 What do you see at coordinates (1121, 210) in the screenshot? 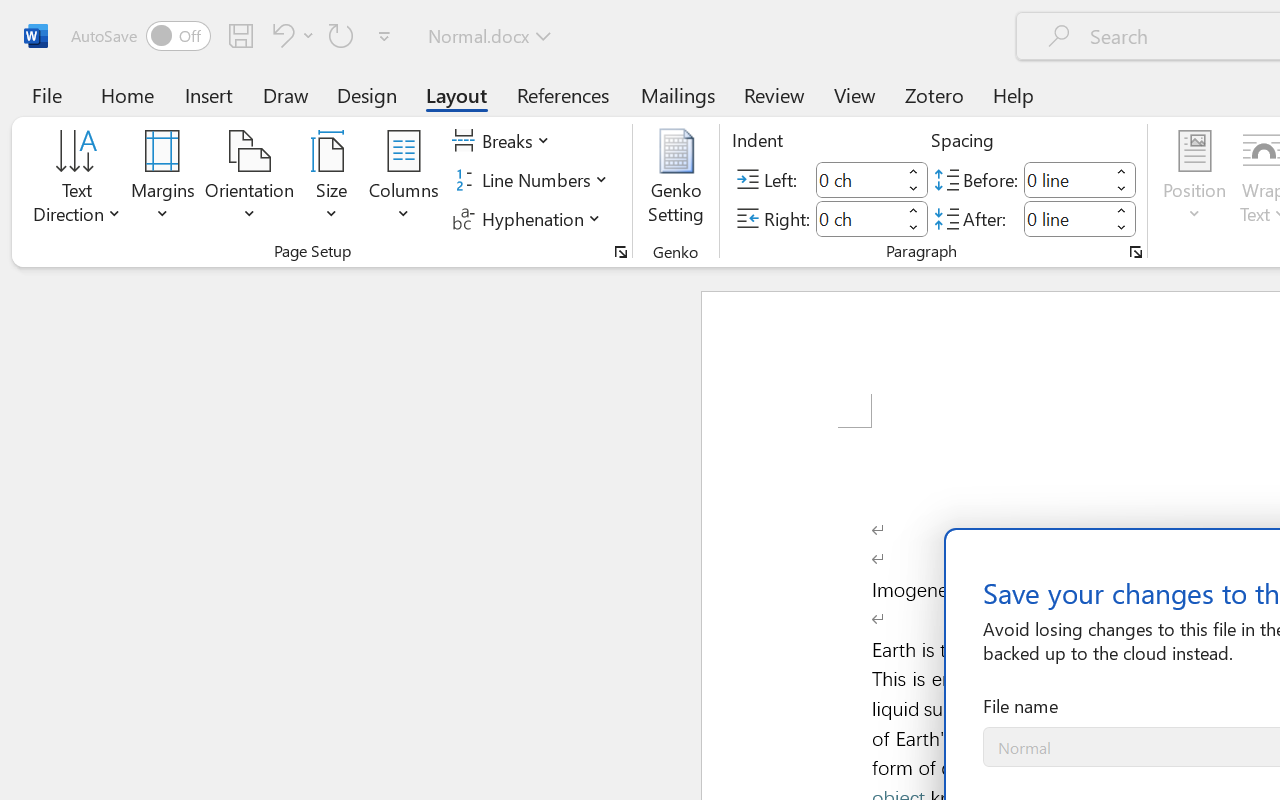
I see `'More'` at bounding box center [1121, 210].